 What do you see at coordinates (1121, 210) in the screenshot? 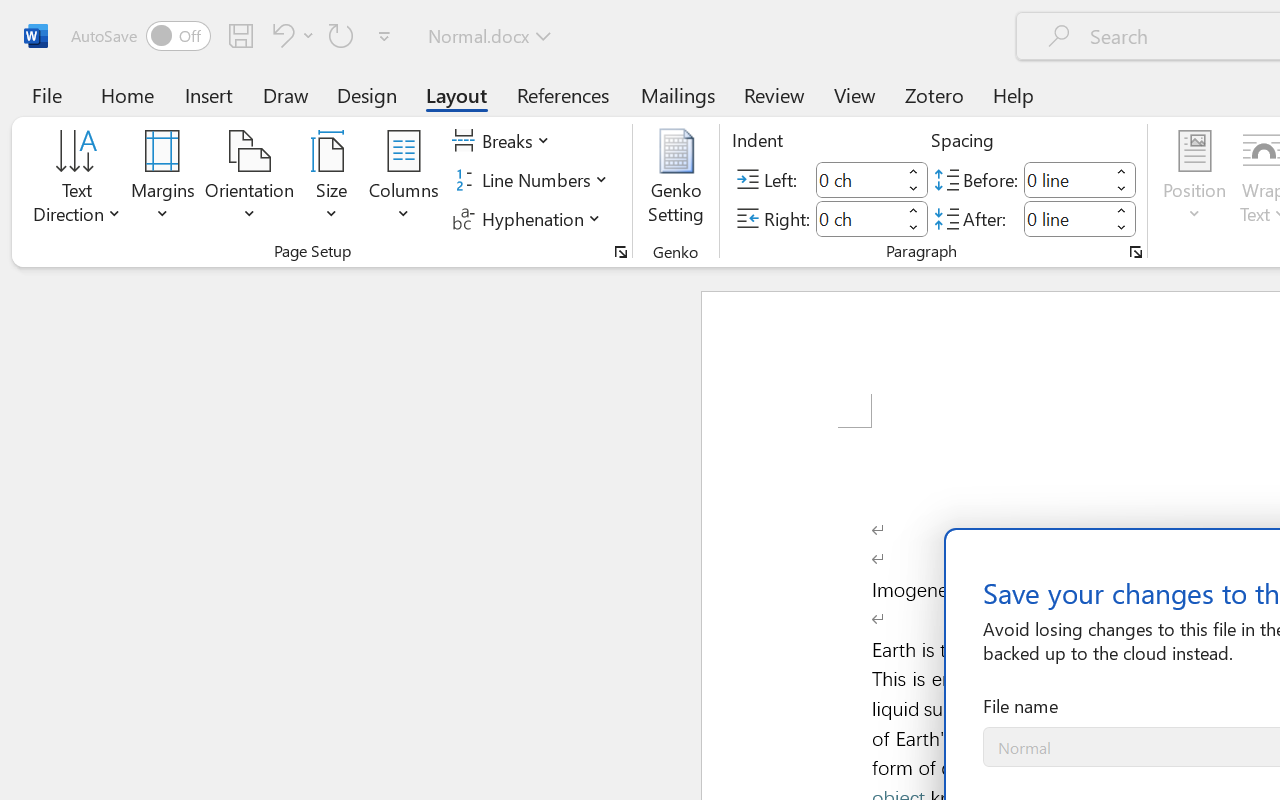
I see `'More'` at bounding box center [1121, 210].